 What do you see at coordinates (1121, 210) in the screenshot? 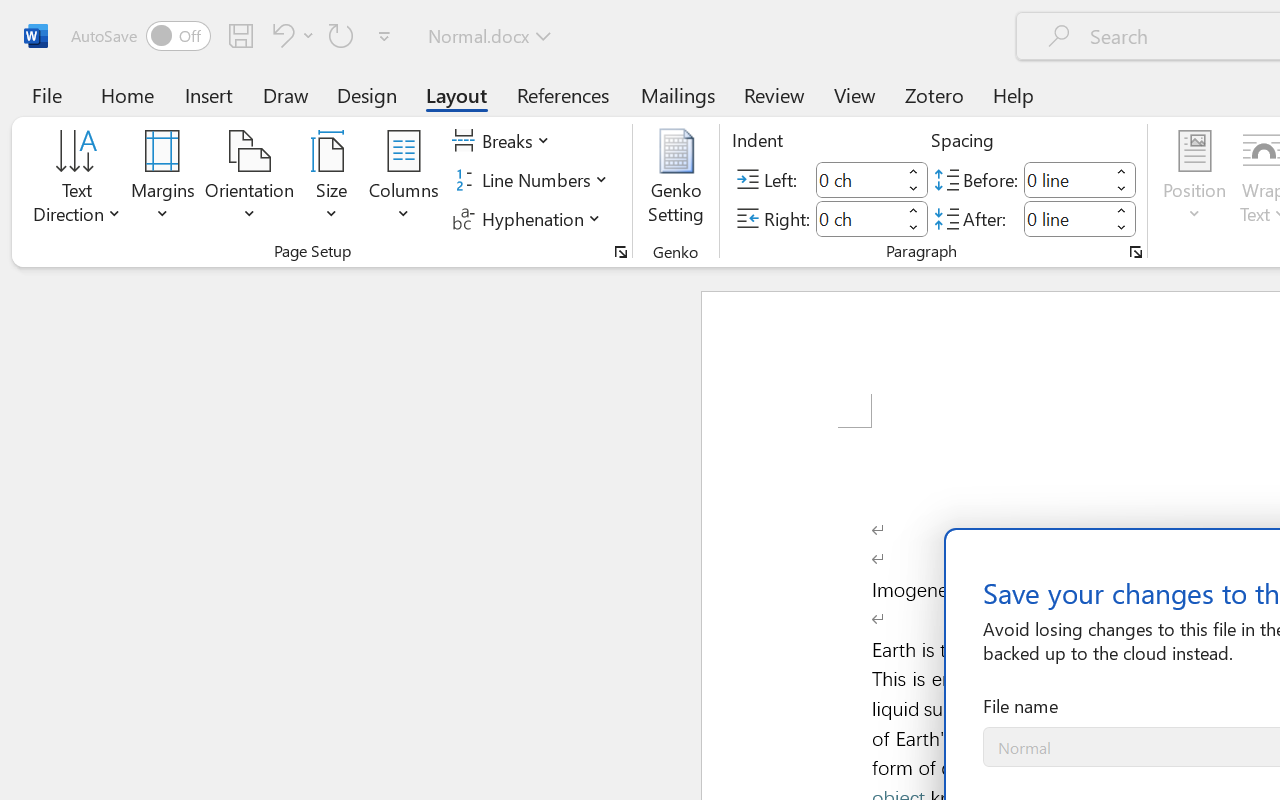
I see `'More'` at bounding box center [1121, 210].